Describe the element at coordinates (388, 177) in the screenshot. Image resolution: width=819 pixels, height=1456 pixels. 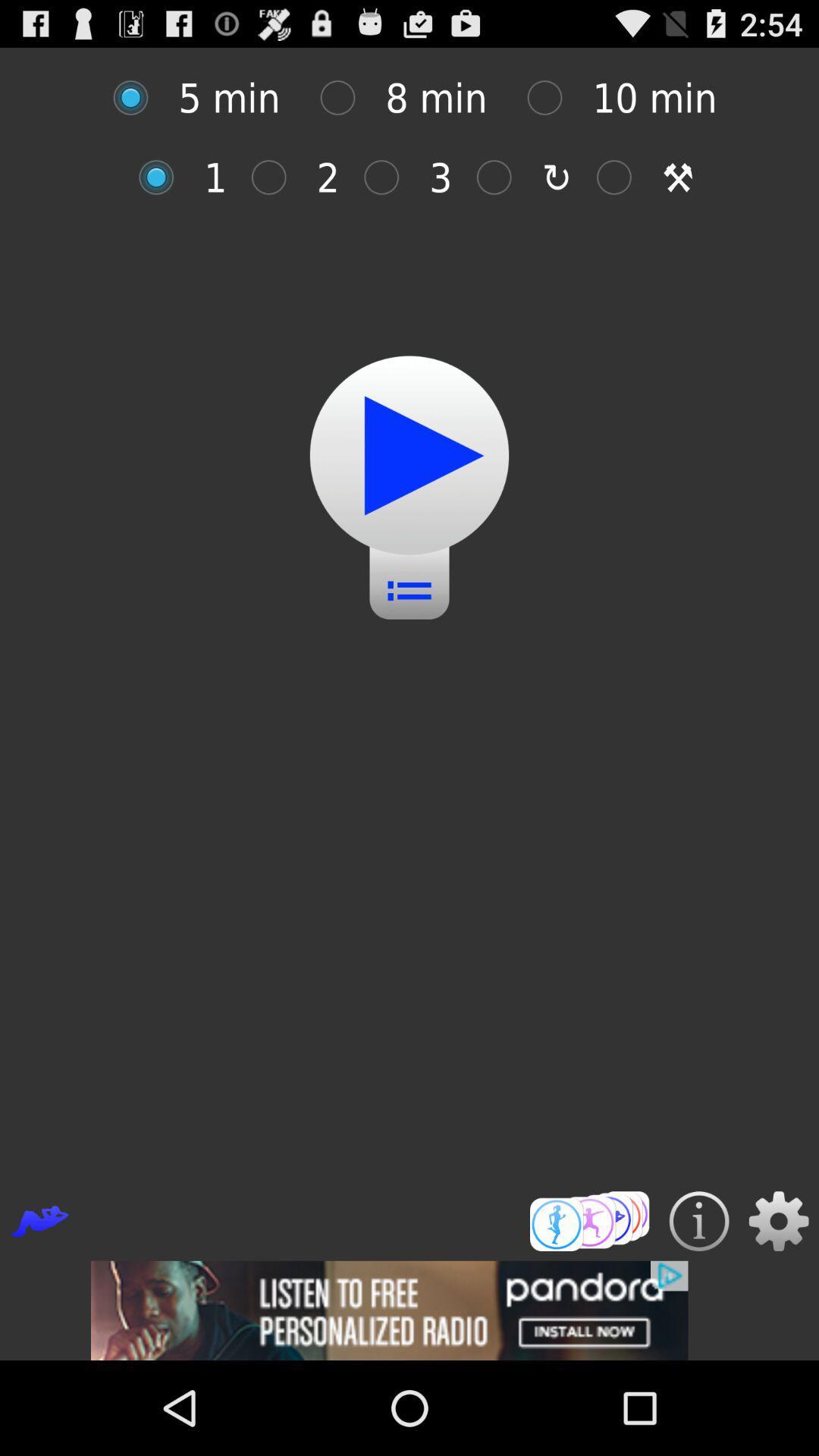
I see `3` at that location.